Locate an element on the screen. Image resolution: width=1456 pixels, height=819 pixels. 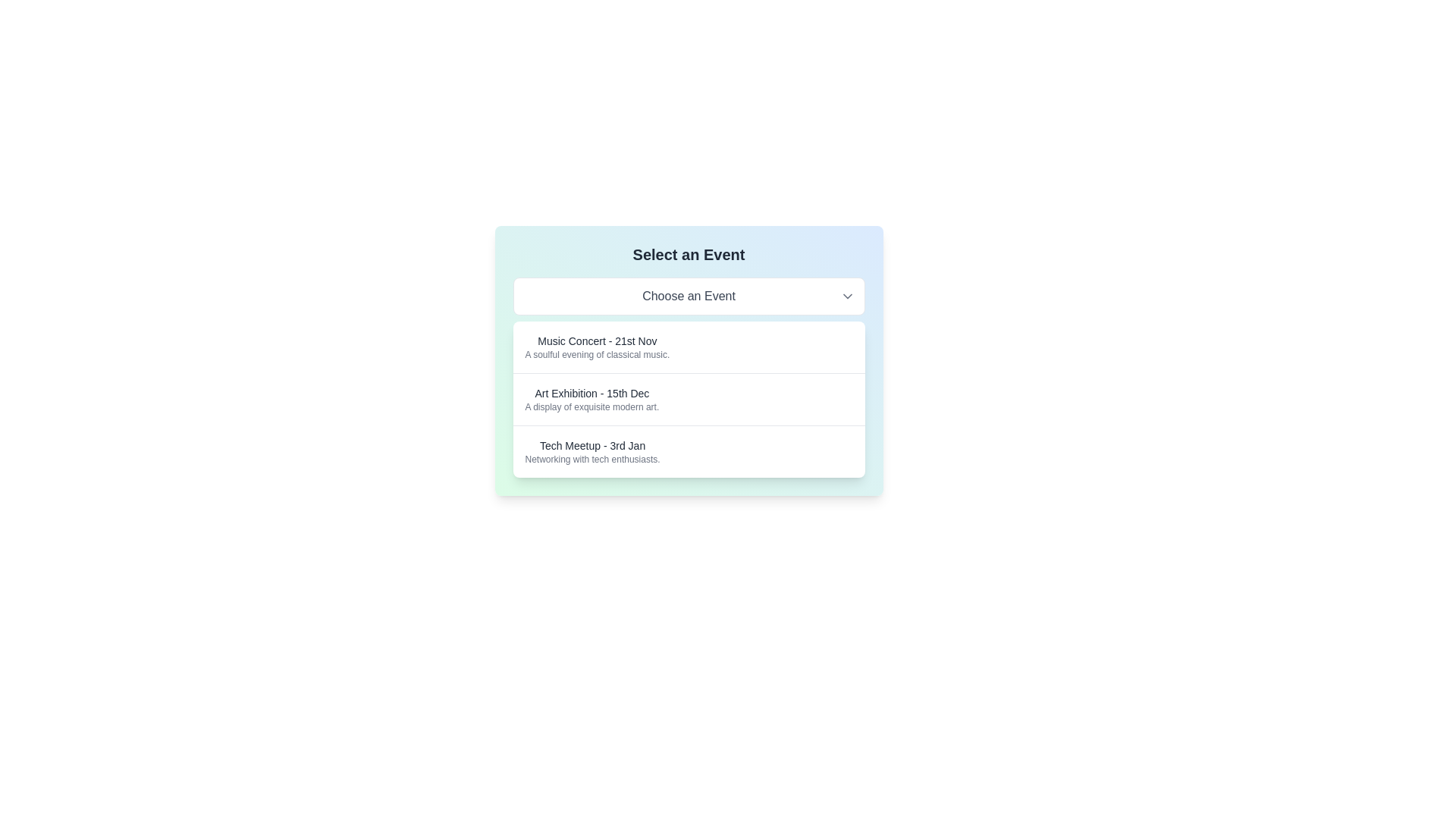
the list item representing 'Tech Meetup - 3rd Jan' is located at coordinates (591, 451).